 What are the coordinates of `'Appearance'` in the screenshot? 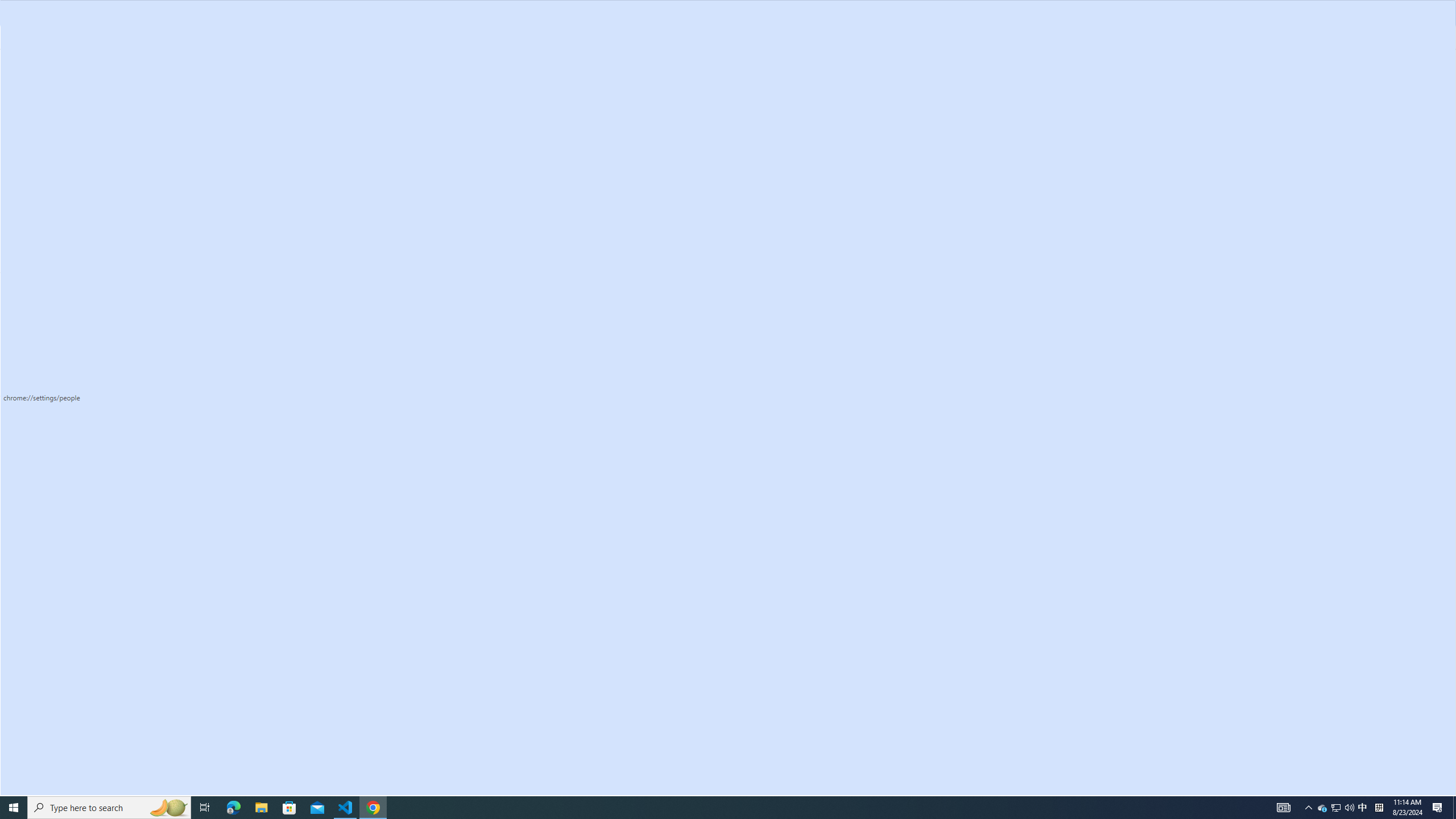 It's located at (70, 188).